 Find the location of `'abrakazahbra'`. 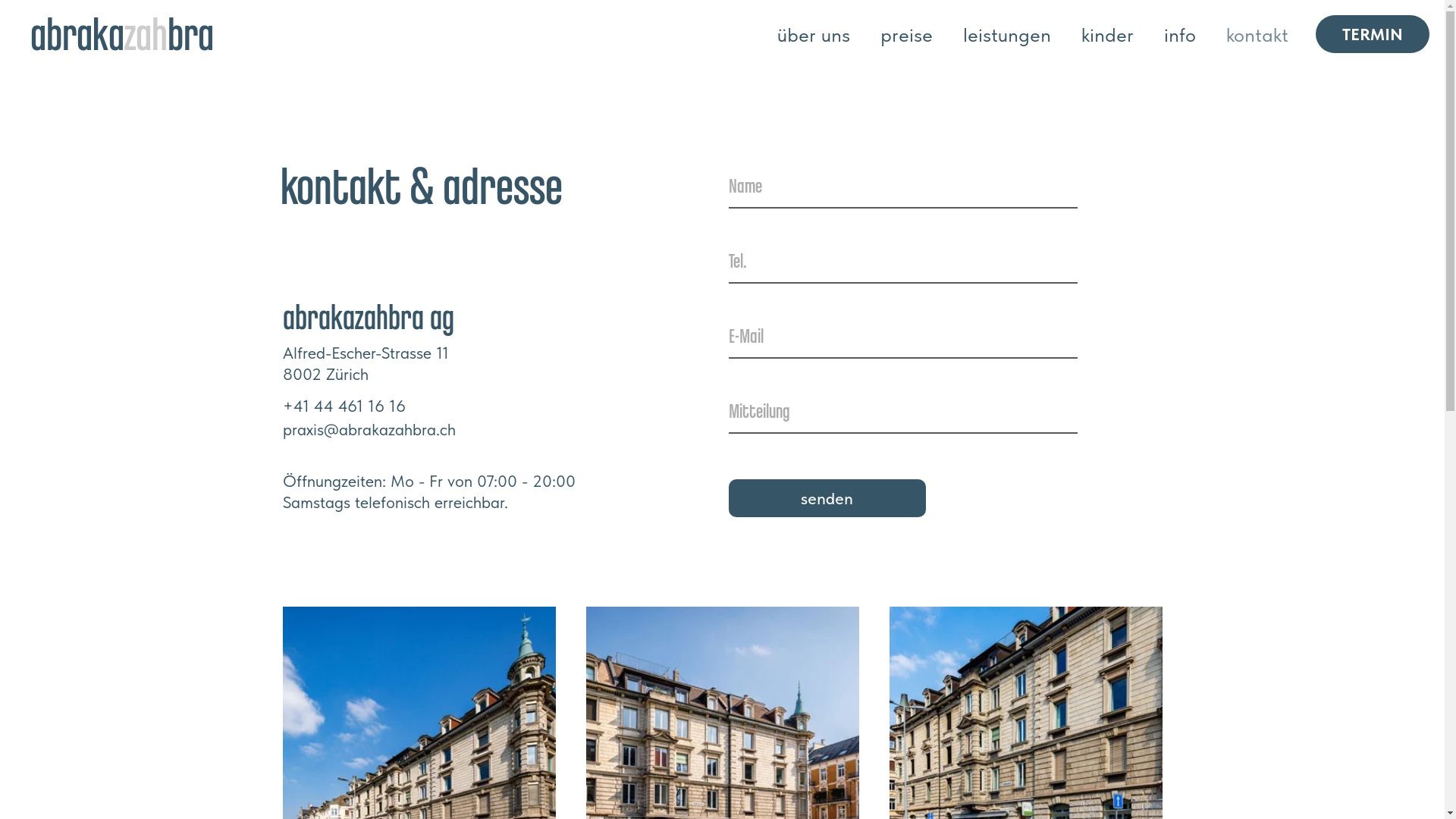

'abrakazahbra' is located at coordinates (30, 45).